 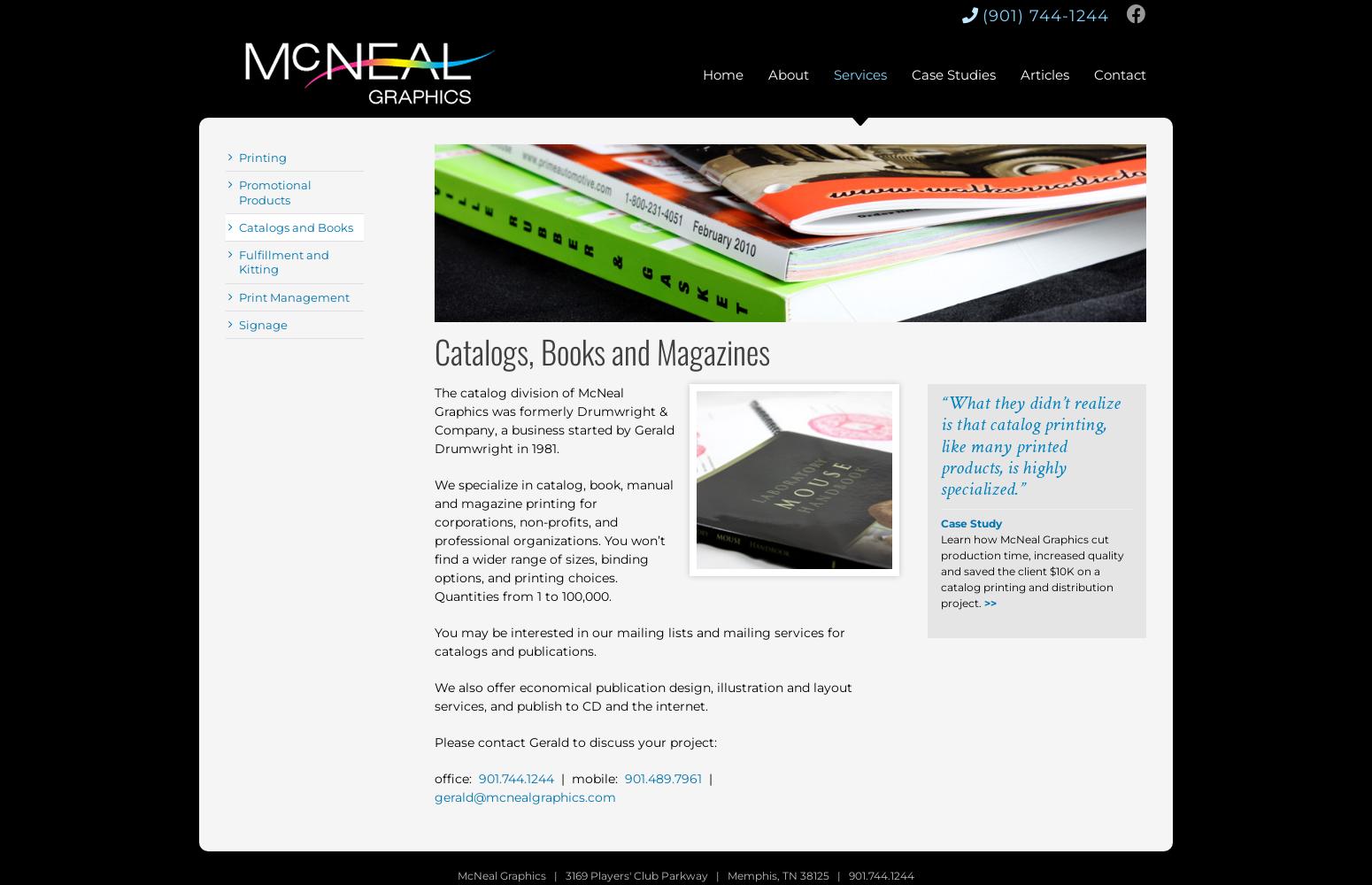 I want to click on 'Promotional Products', so click(x=274, y=191).